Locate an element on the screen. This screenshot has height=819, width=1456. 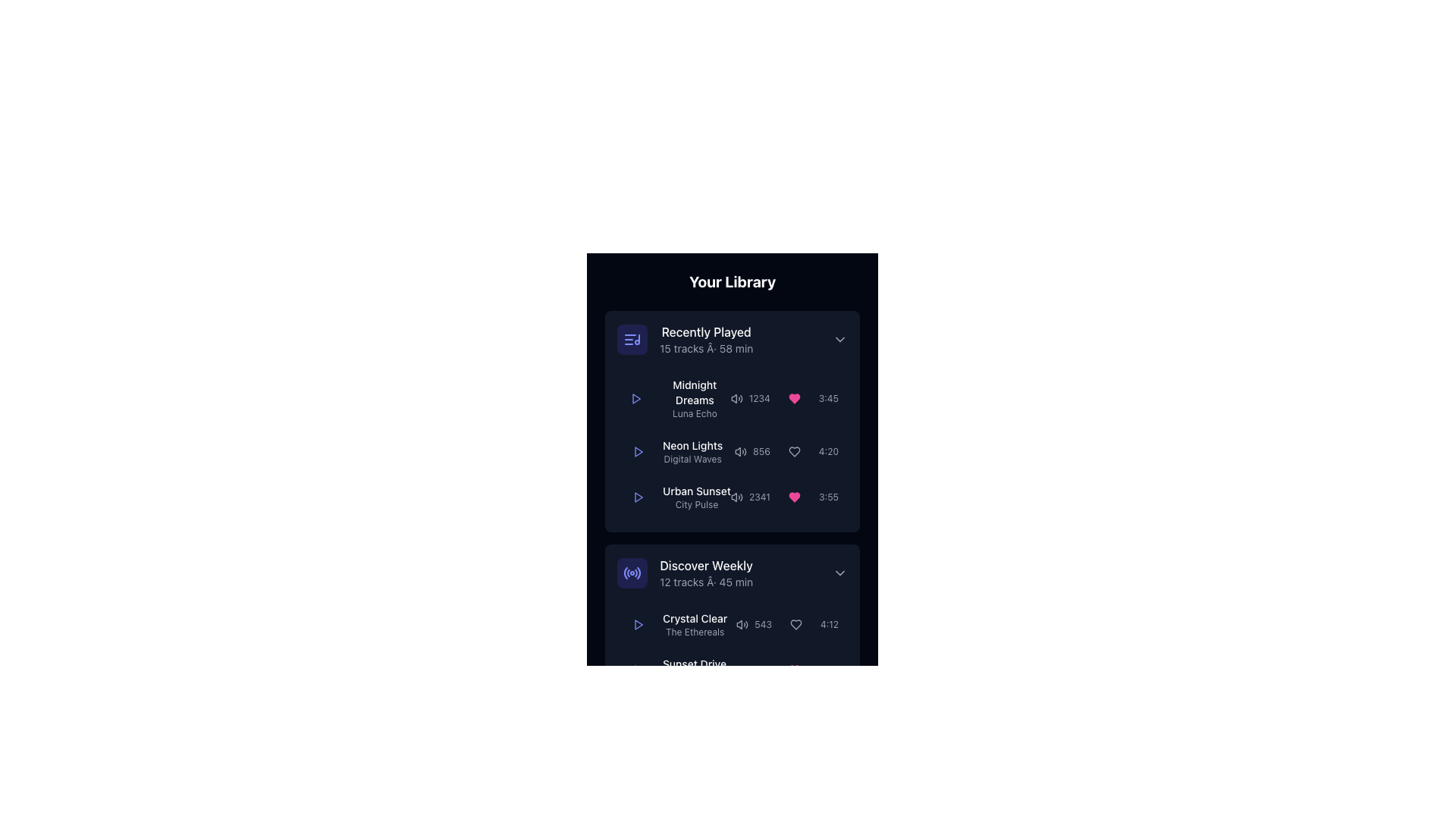
the static text label 'Digital Waves' which is styled in a smaller, light gray font and is positioned directly beneath the text 'Neon Lights' in the music playlist entry is located at coordinates (692, 458).